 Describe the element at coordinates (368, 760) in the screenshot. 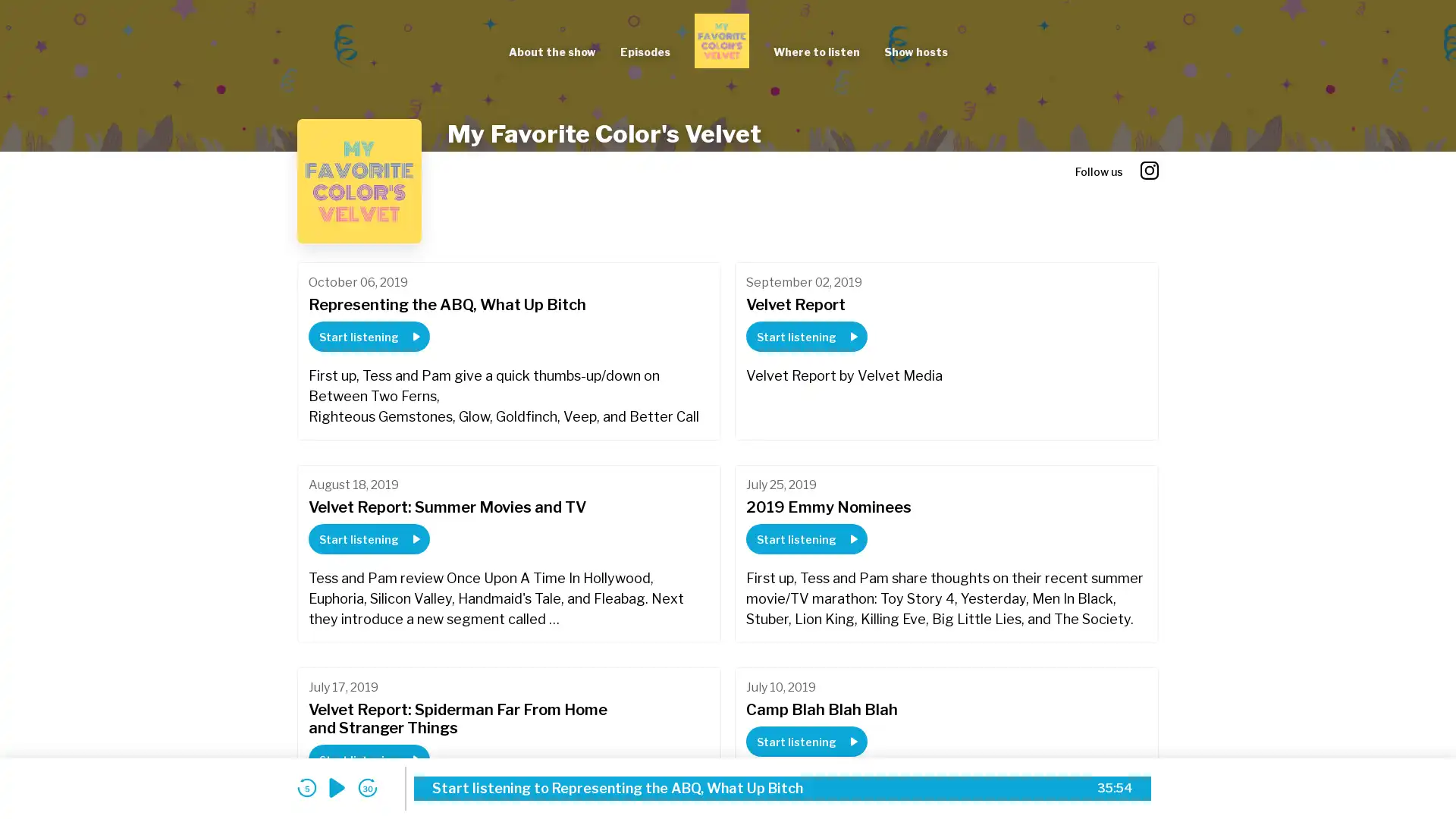

I see `Start listening` at that location.